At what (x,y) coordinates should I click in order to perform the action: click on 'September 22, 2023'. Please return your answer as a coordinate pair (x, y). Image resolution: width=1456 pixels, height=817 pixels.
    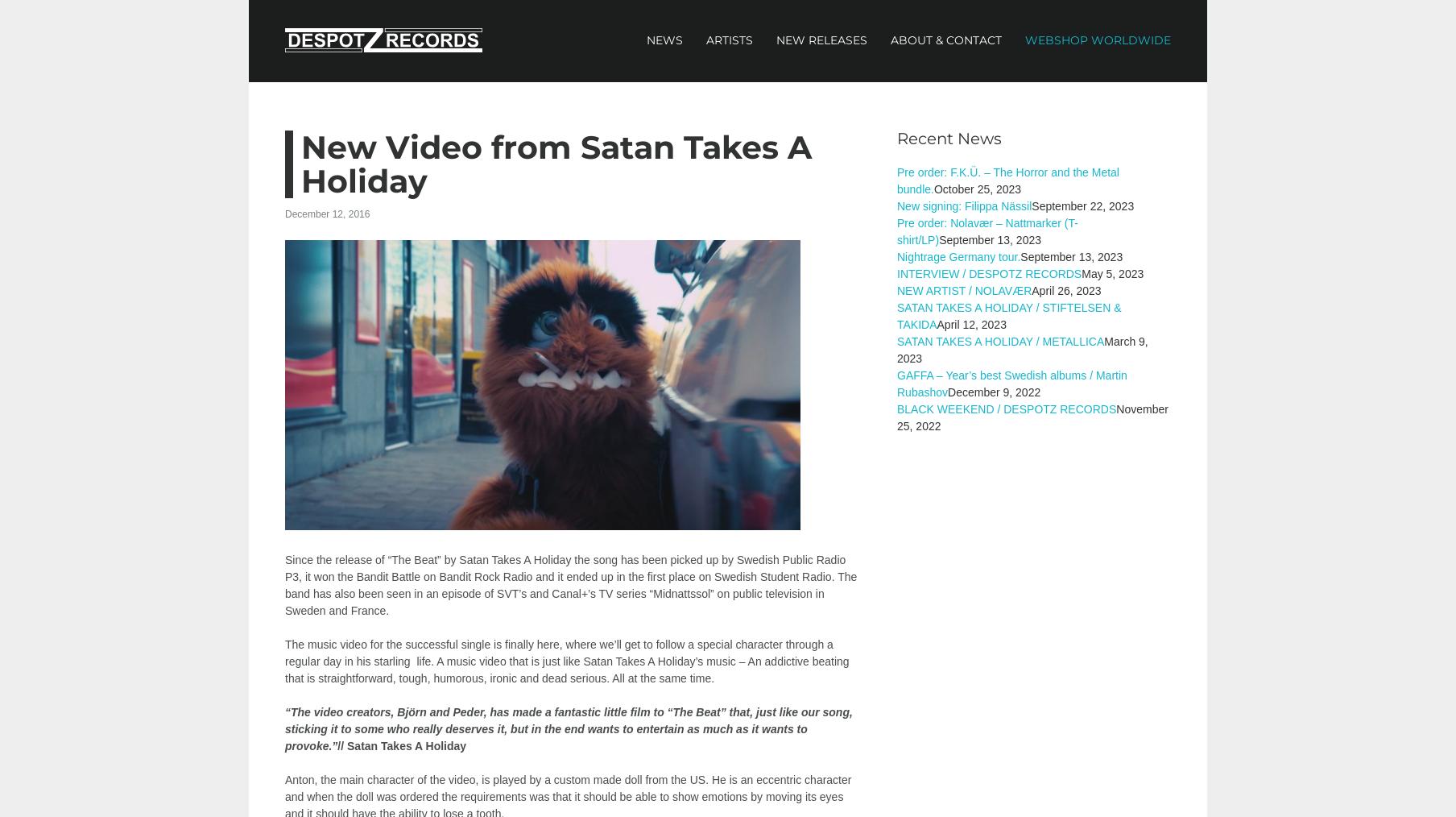
    Looking at the image, I should click on (1082, 206).